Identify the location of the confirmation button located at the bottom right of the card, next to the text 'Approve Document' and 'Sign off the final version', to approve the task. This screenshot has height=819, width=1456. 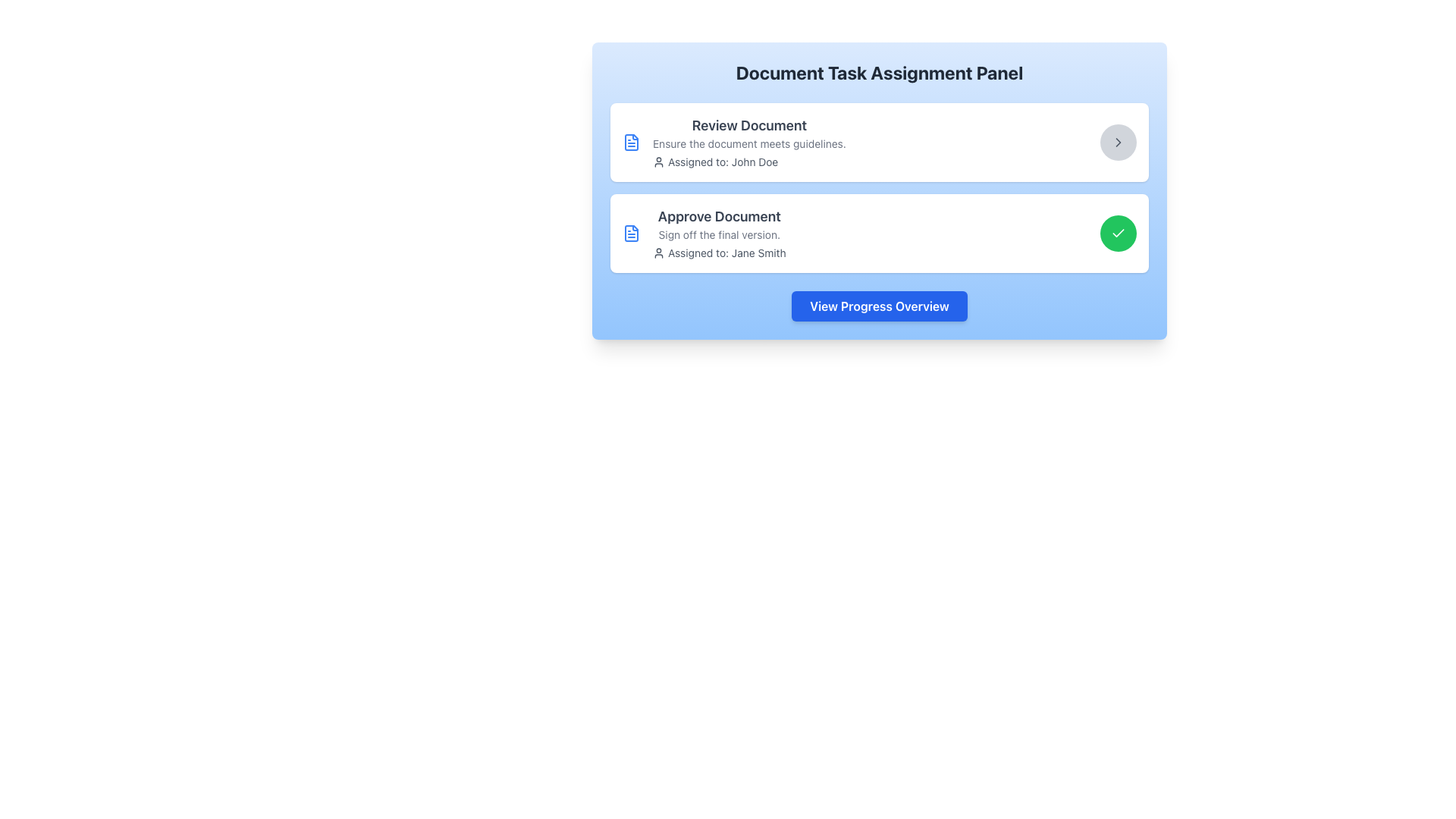
(1118, 234).